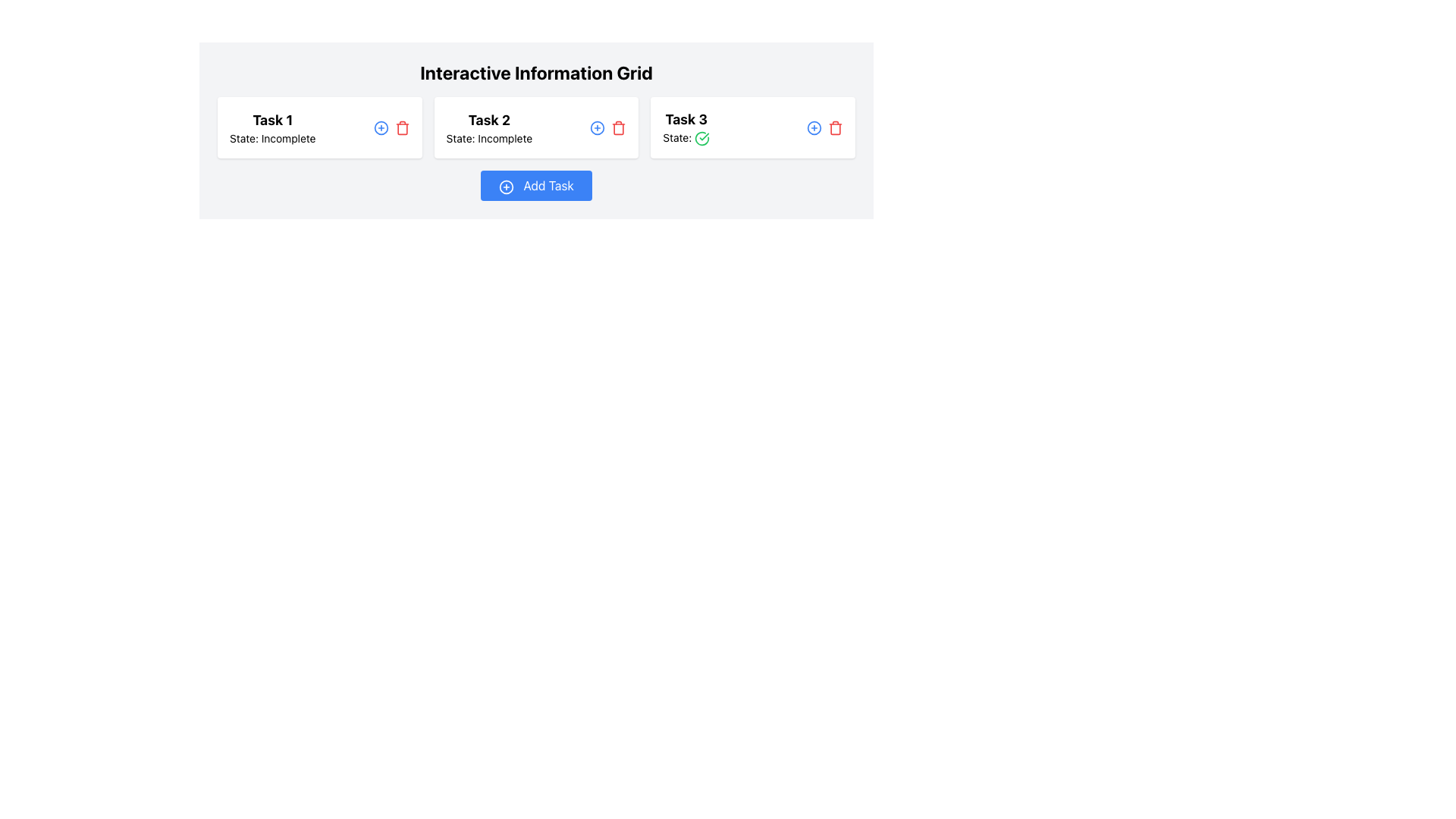 The height and width of the screenshot is (819, 1456). What do you see at coordinates (507, 187) in the screenshot?
I see `the circular icon element that is part of the 'Add Task' button, located above the button label and styled in blue` at bounding box center [507, 187].